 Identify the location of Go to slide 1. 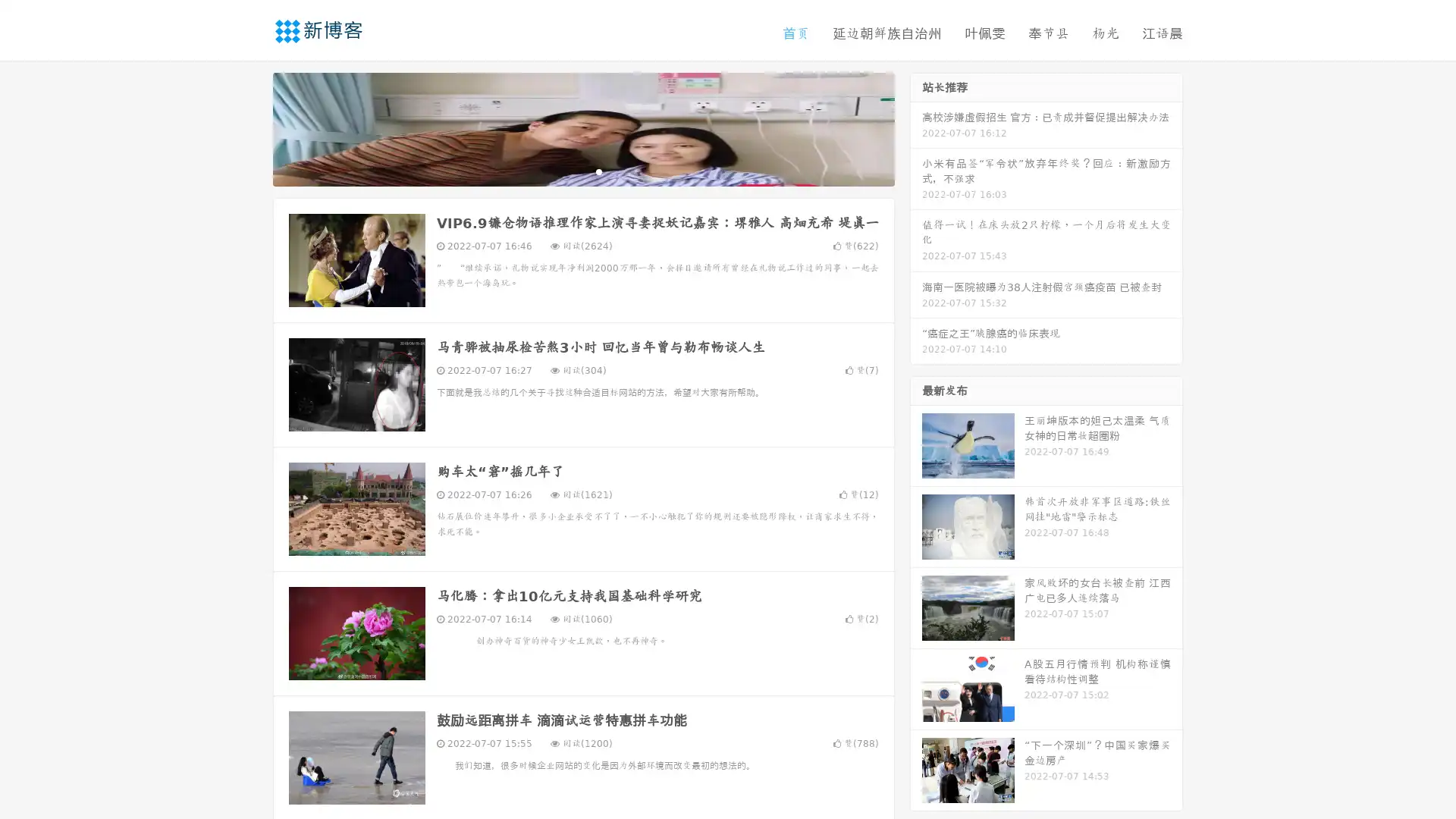
(567, 171).